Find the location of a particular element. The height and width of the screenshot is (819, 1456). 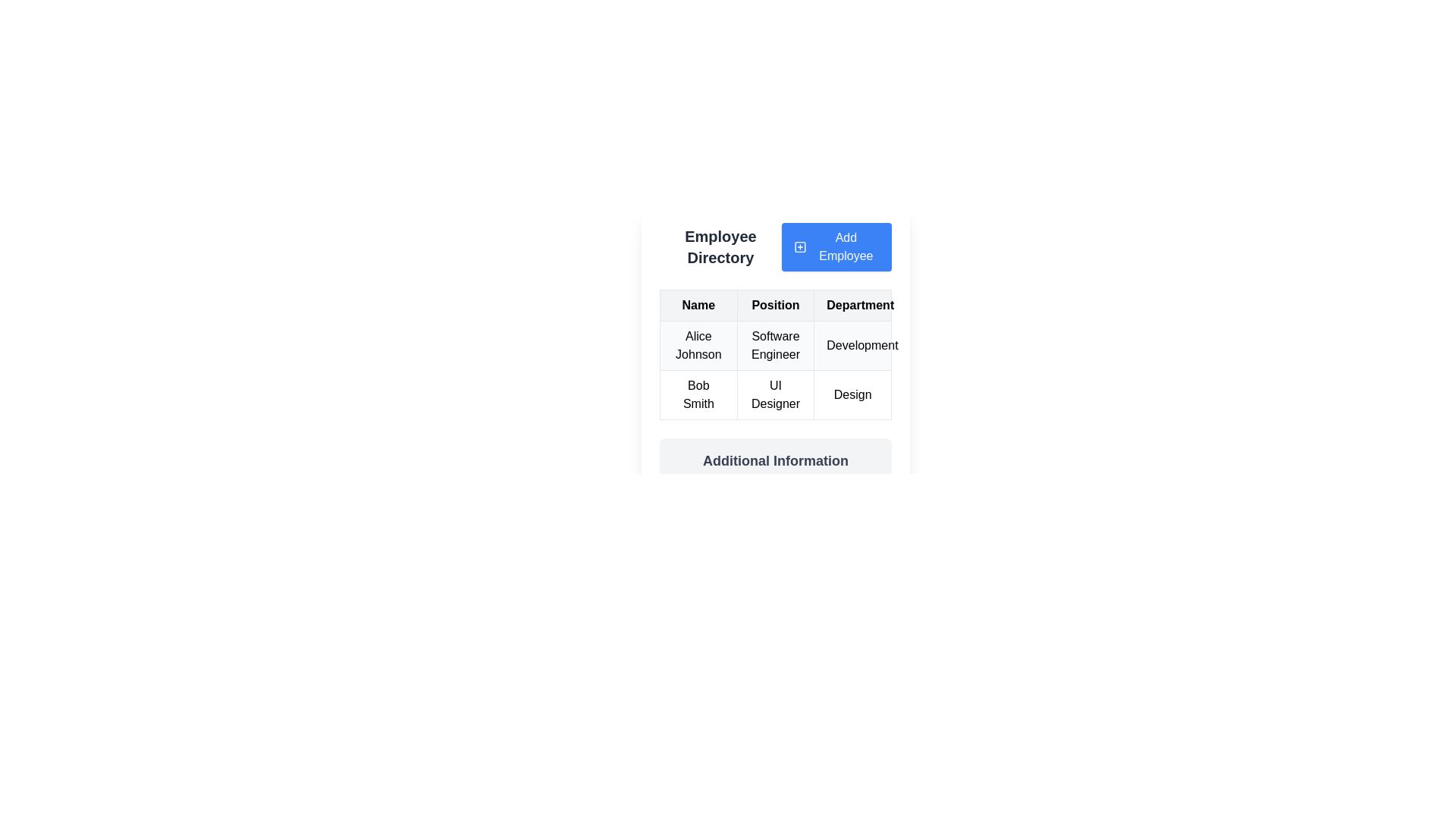

the 'Add Employee' button located in the top-right corner of the interface, which contains the icon indicating the functionality for adding new employees is located at coordinates (799, 246).